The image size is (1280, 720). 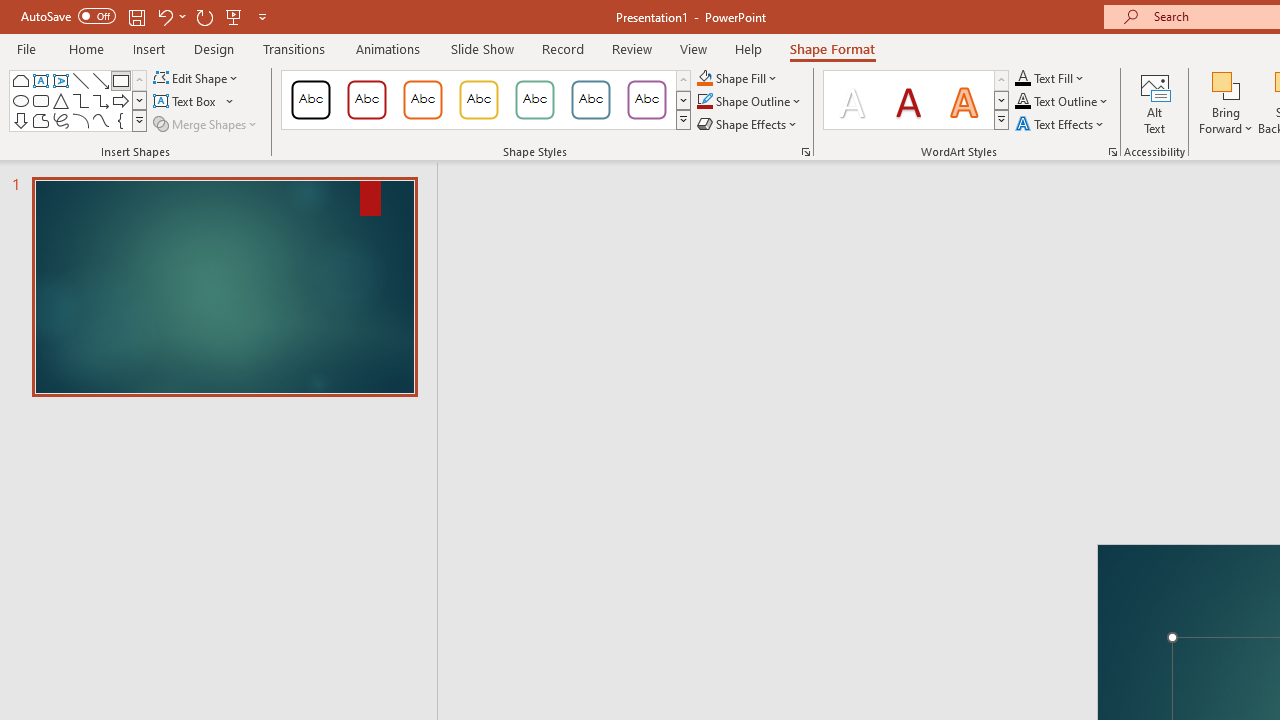 I want to click on 'Bring Forward', so click(x=1225, y=84).